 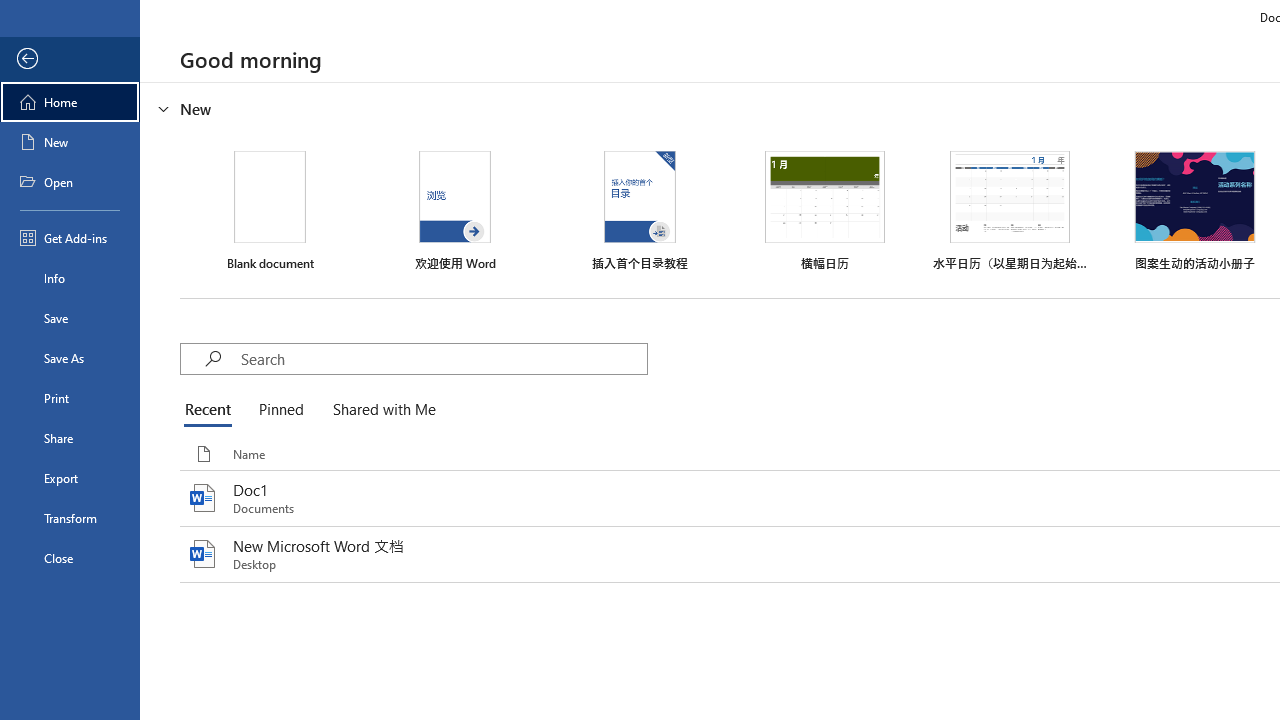 I want to click on 'Pinned', so click(x=279, y=410).